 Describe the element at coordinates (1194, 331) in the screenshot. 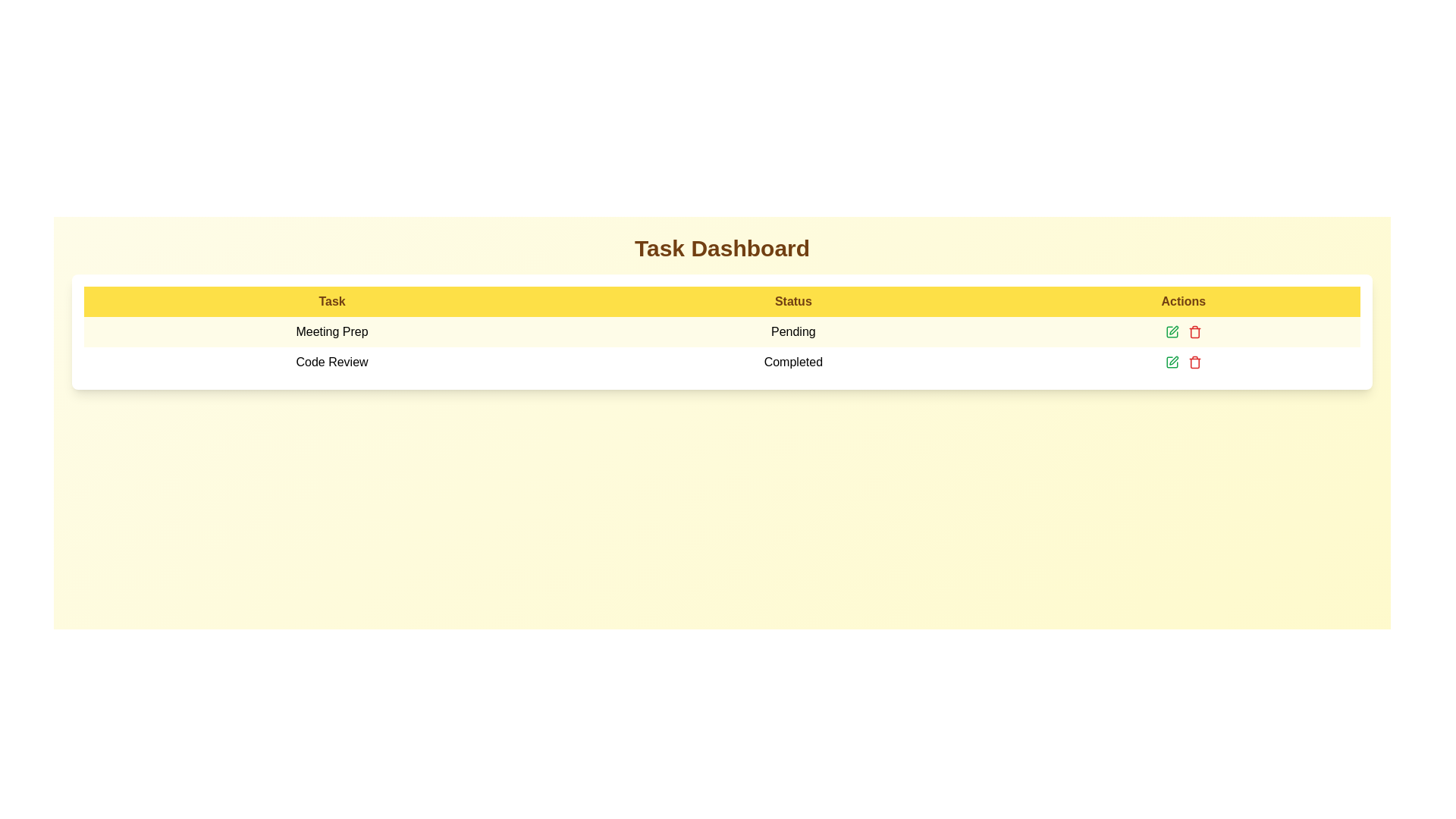

I see `the delete action icon button located in the second row of the 'Actions' column in the table` at that location.